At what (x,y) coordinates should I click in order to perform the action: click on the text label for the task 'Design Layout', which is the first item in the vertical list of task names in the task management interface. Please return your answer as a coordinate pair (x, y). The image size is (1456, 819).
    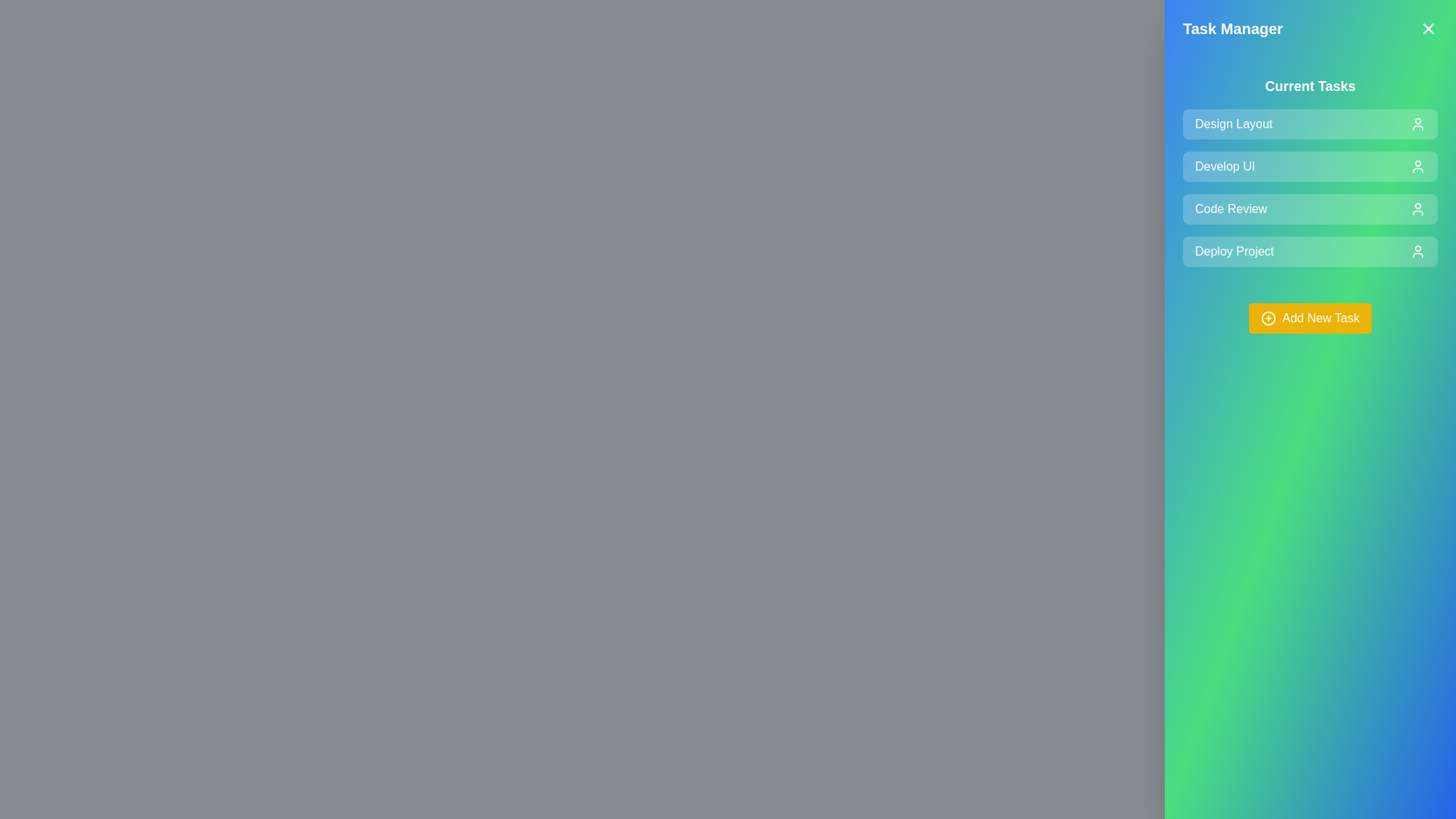
    Looking at the image, I should click on (1234, 124).